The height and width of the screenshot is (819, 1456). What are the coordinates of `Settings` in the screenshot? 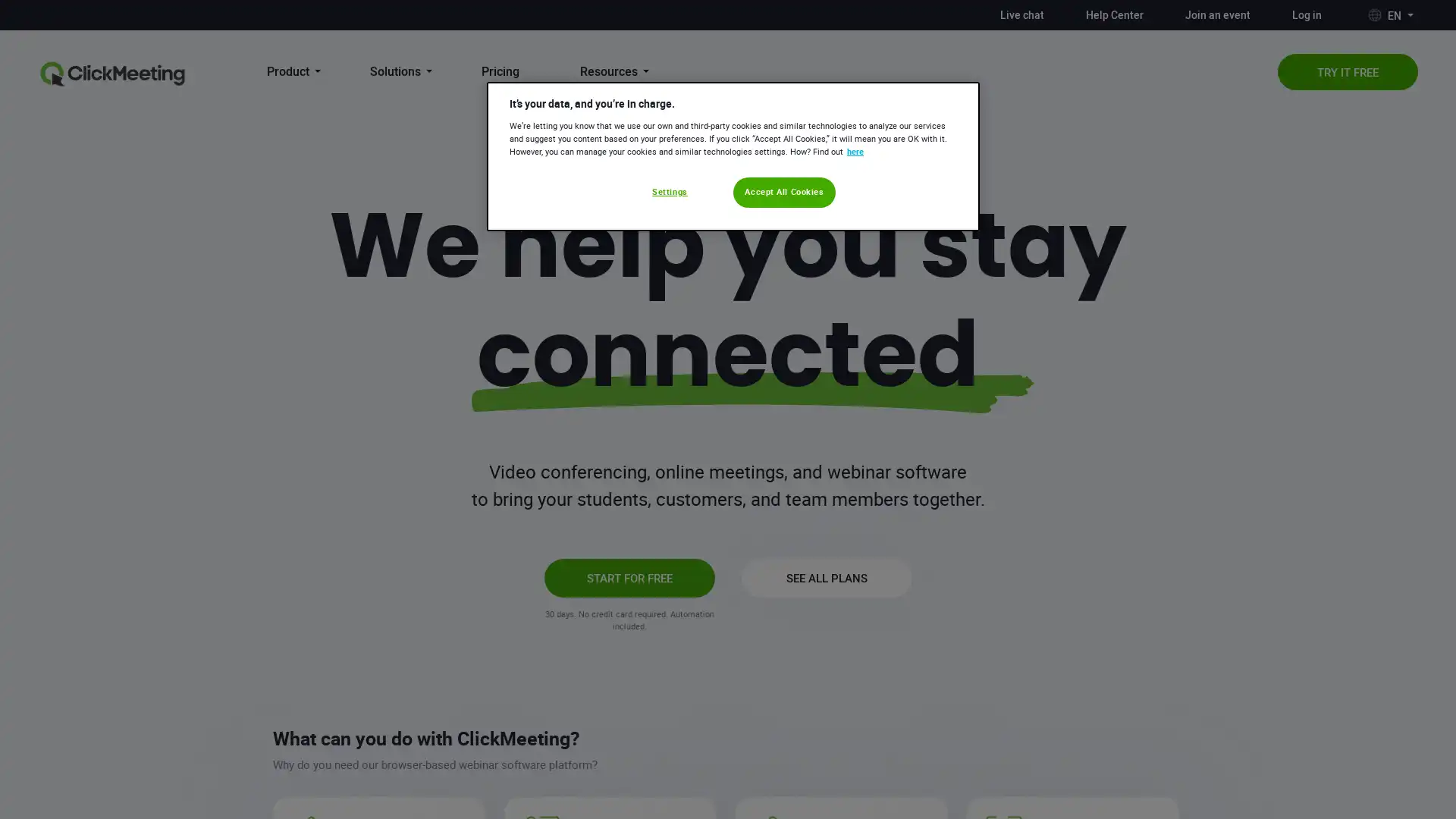 It's located at (669, 191).